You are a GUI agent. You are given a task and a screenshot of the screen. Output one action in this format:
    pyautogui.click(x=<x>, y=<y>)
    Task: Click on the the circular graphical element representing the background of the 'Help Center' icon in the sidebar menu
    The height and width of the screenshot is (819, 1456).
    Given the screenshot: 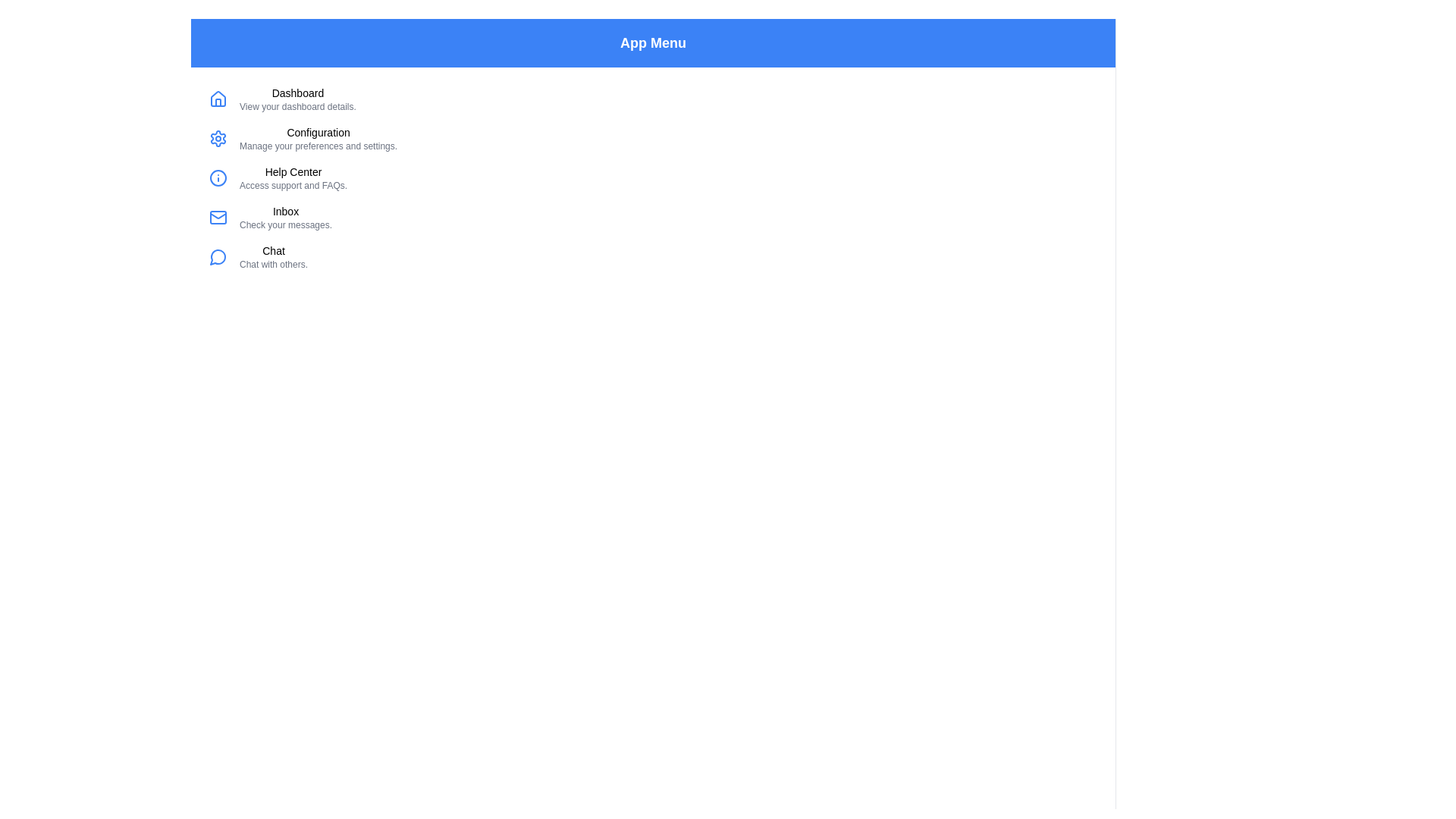 What is the action you would take?
    pyautogui.click(x=218, y=177)
    